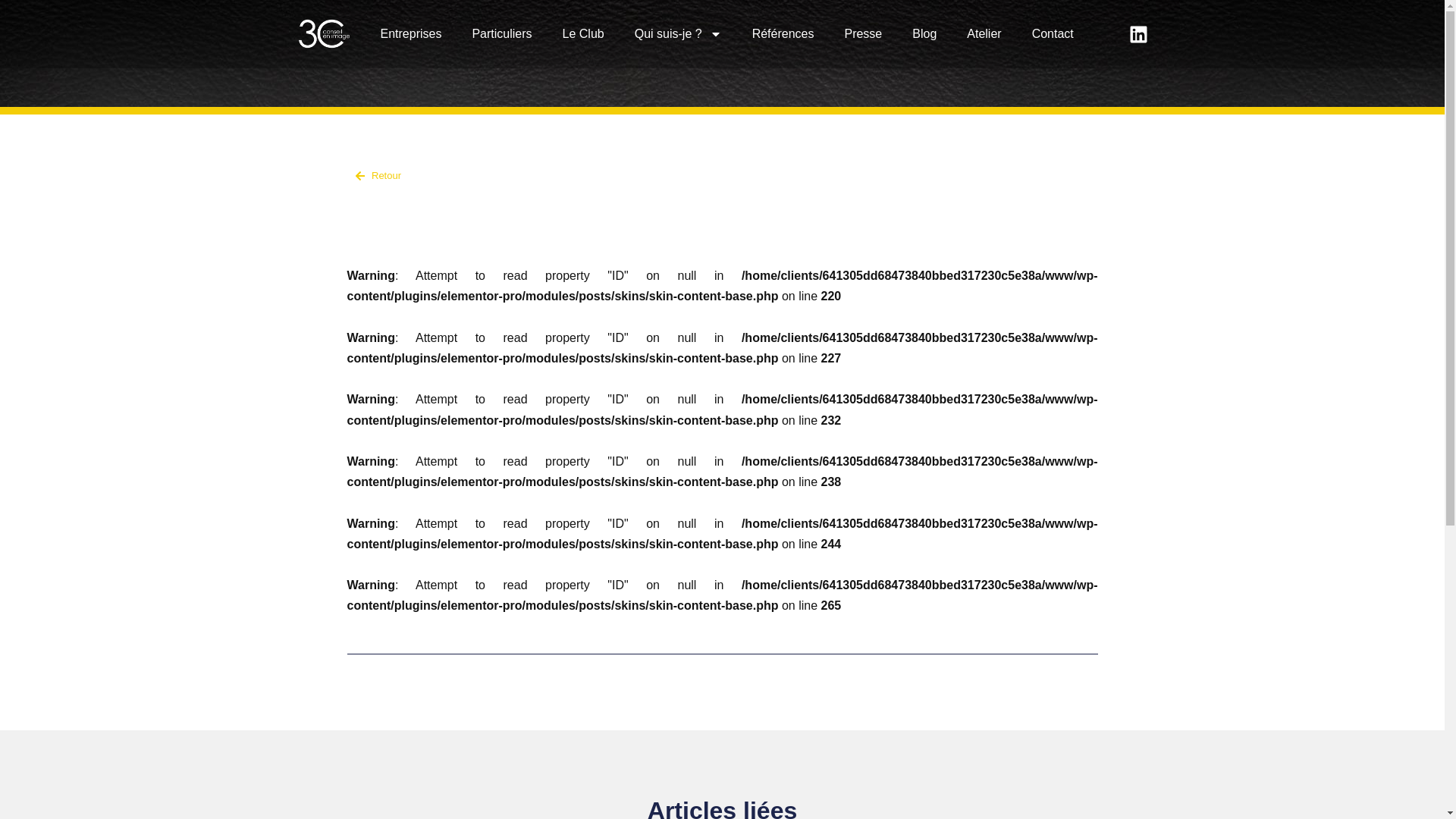  Describe the element at coordinates (1052, 34) in the screenshot. I see `'Contact'` at that location.